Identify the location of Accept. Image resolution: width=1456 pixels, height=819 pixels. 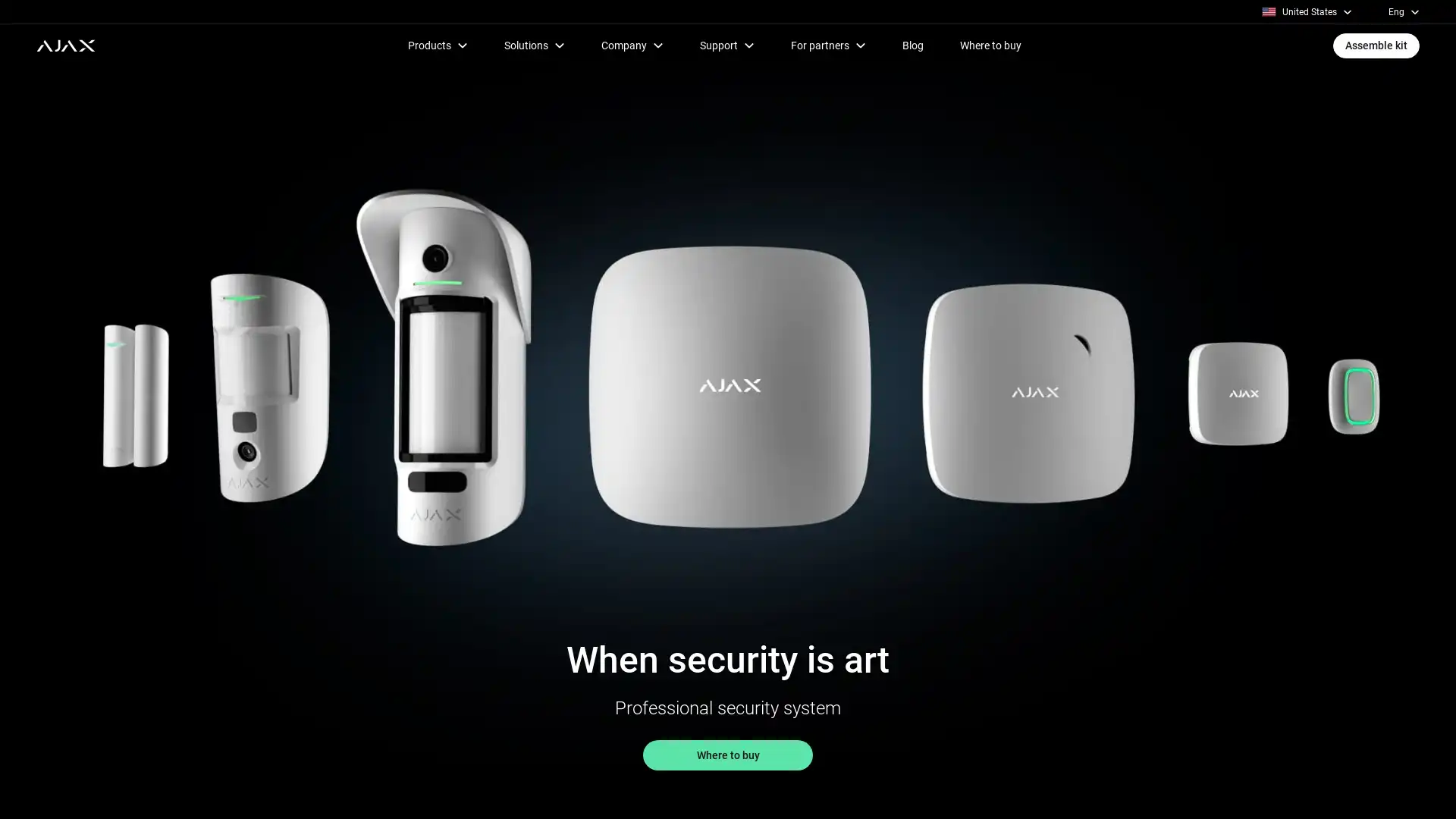
(1032, 745).